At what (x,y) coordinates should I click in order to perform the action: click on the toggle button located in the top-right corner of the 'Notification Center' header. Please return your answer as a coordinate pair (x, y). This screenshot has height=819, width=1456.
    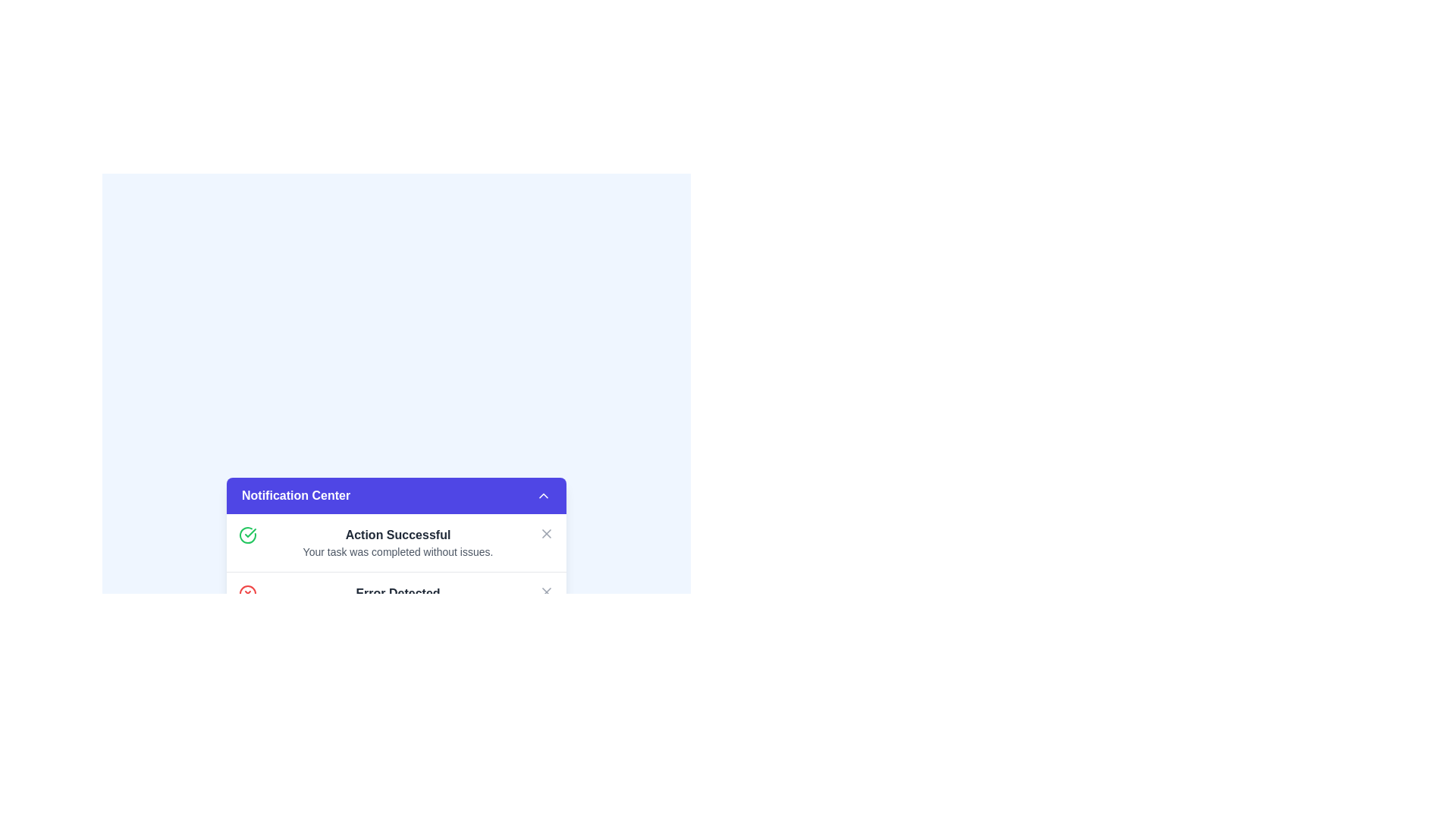
    Looking at the image, I should click on (543, 496).